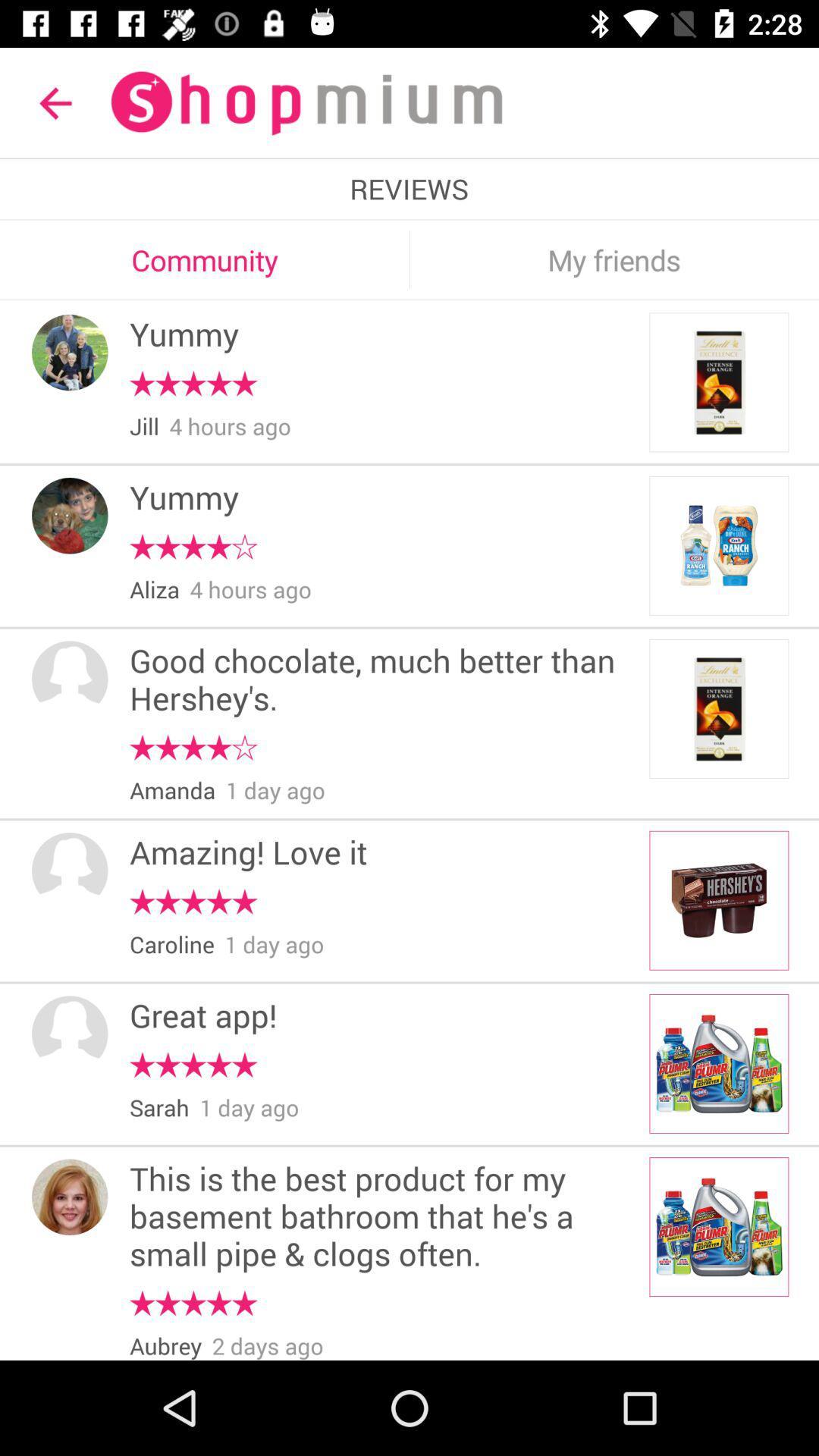 The width and height of the screenshot is (819, 1456). Describe the element at coordinates (718, 708) in the screenshot. I see `the image in the third block` at that location.